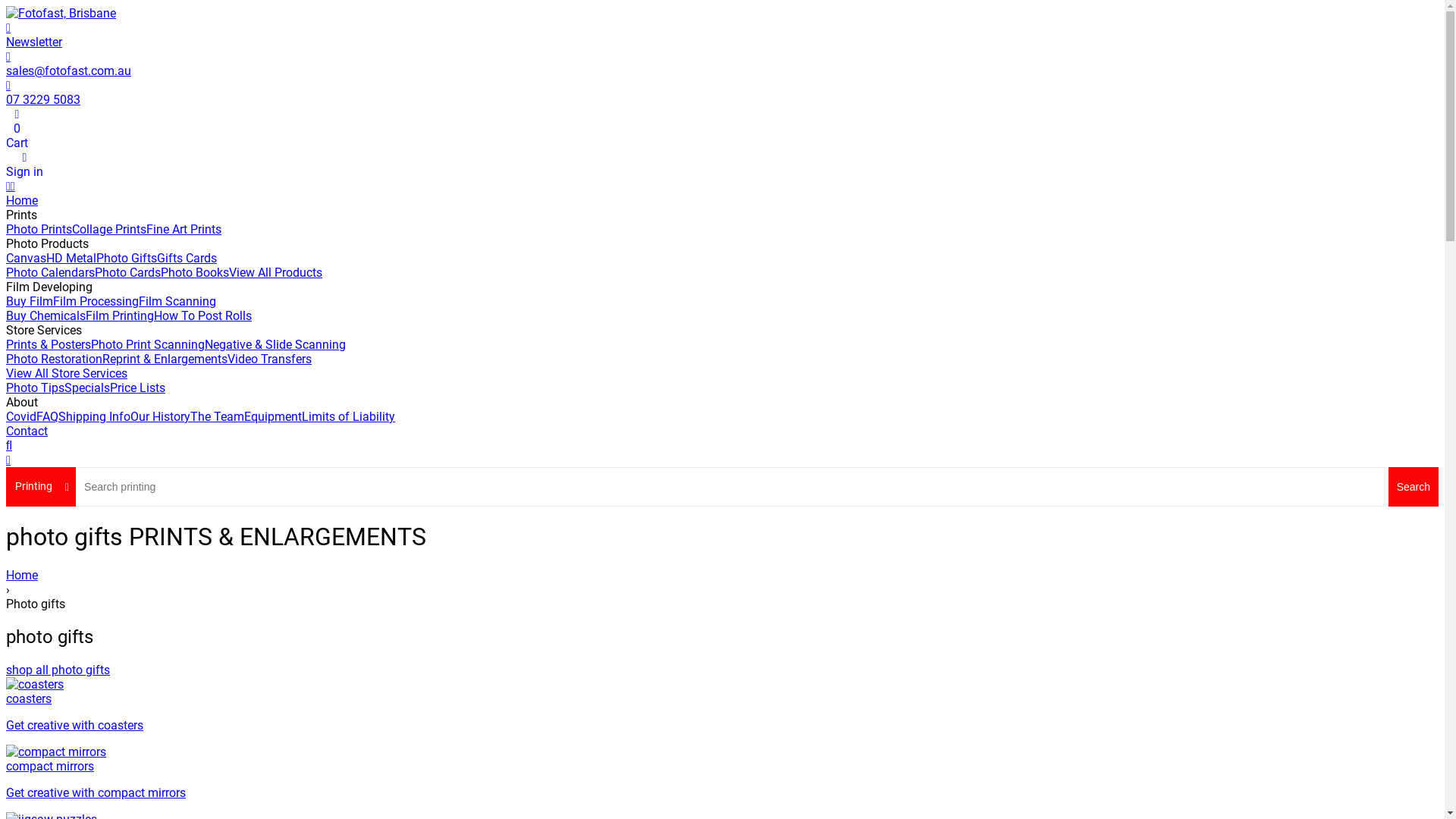 Image resolution: width=1456 pixels, height=819 pixels. What do you see at coordinates (108, 387) in the screenshot?
I see `'Price Lists'` at bounding box center [108, 387].